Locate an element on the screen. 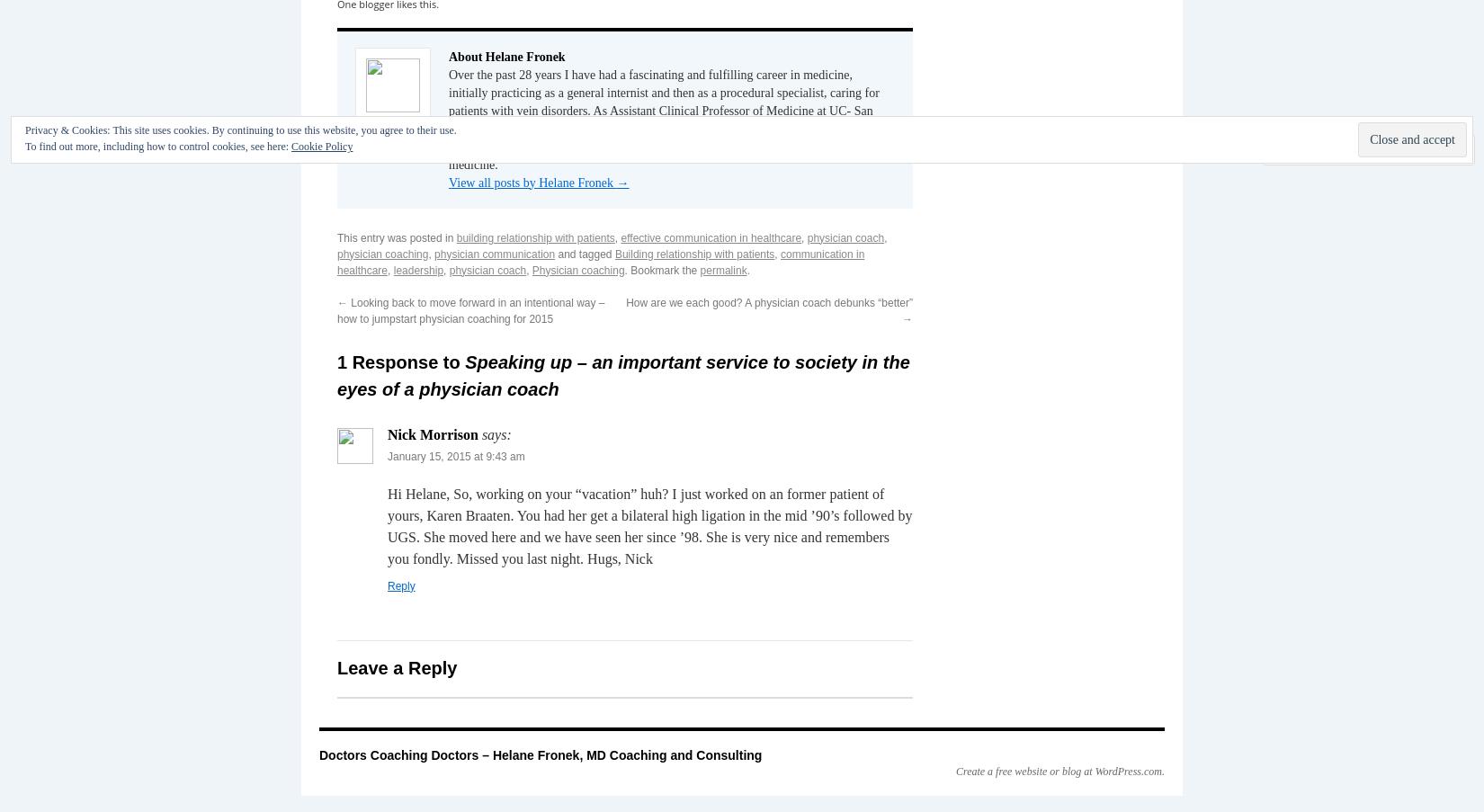 Image resolution: width=1484 pixels, height=812 pixels. 'says:' is located at coordinates (495, 433).